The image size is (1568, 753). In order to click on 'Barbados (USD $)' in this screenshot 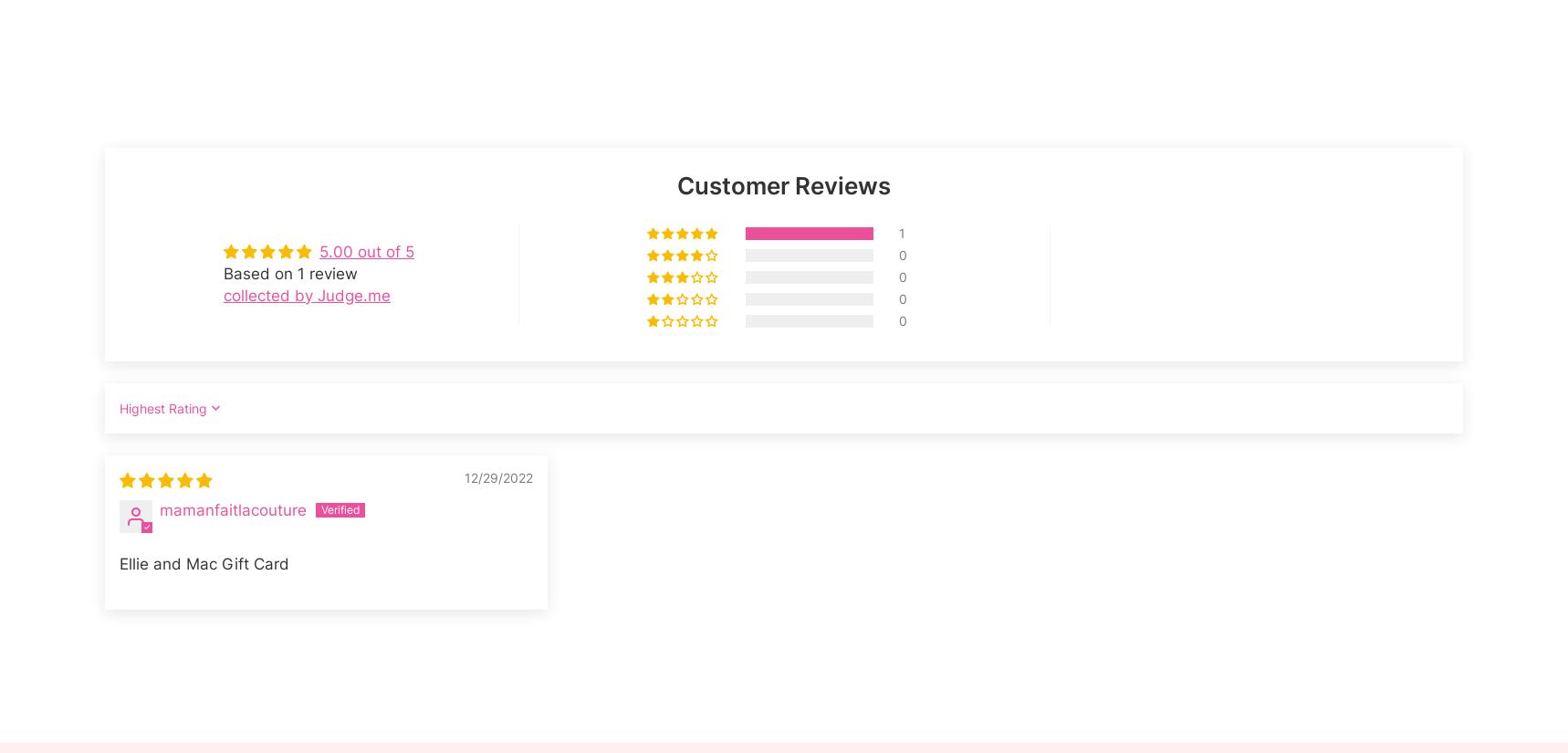, I will do `click(162, 528)`.